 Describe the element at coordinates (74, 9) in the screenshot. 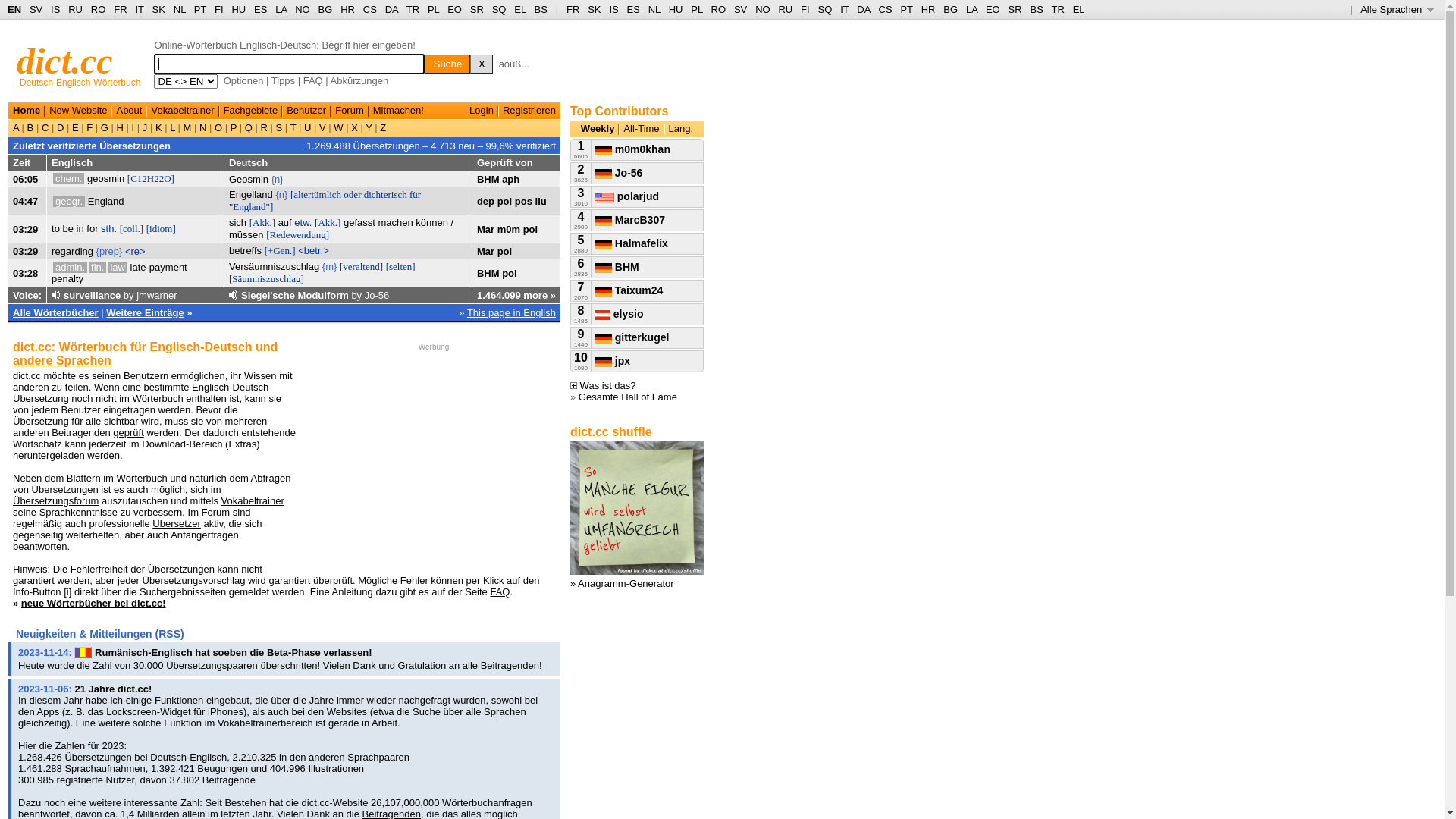

I see `'RU'` at that location.